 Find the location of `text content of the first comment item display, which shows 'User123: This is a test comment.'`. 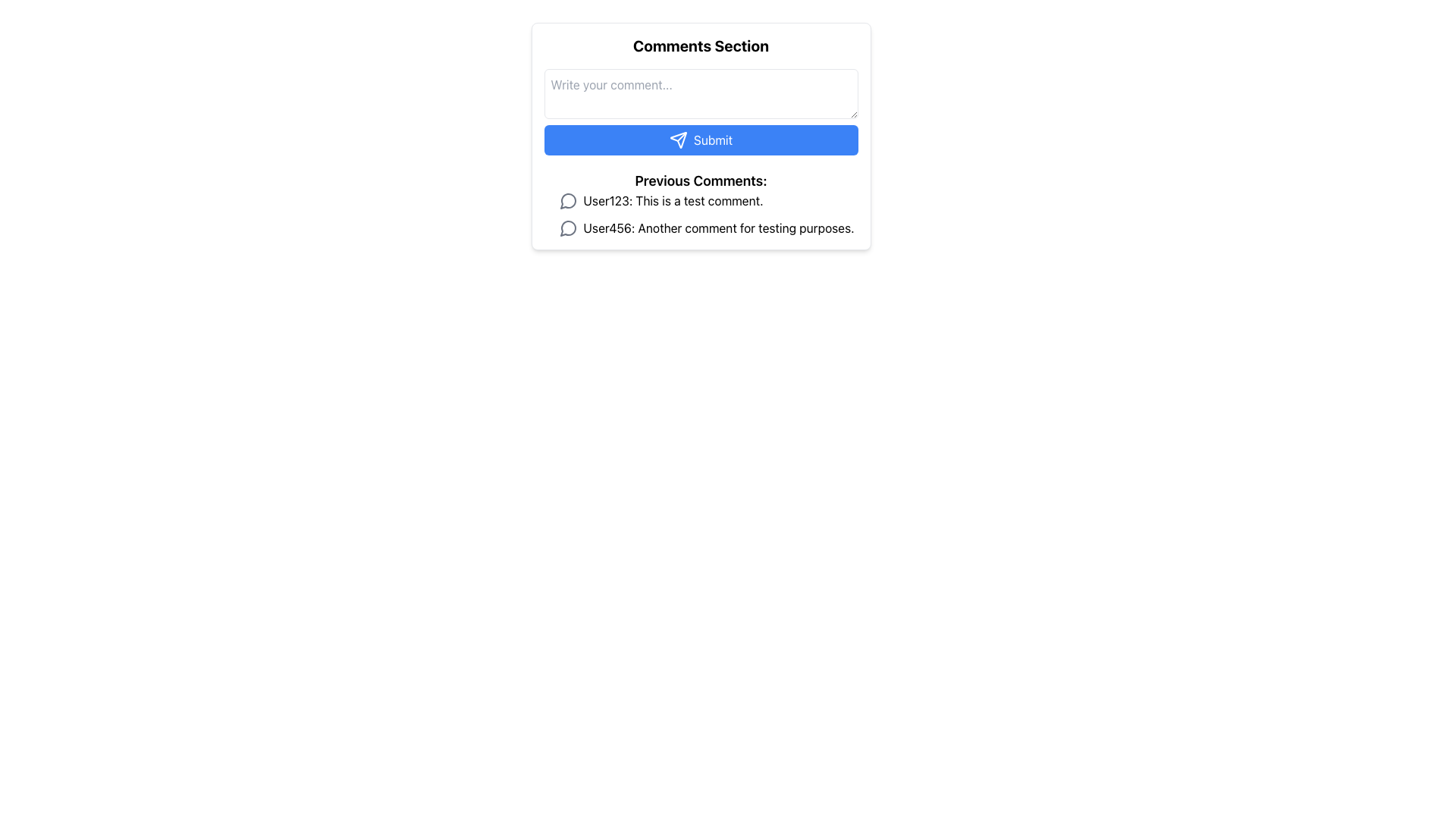

text content of the first comment item display, which shows 'User123: This is a test comment.' is located at coordinates (708, 200).